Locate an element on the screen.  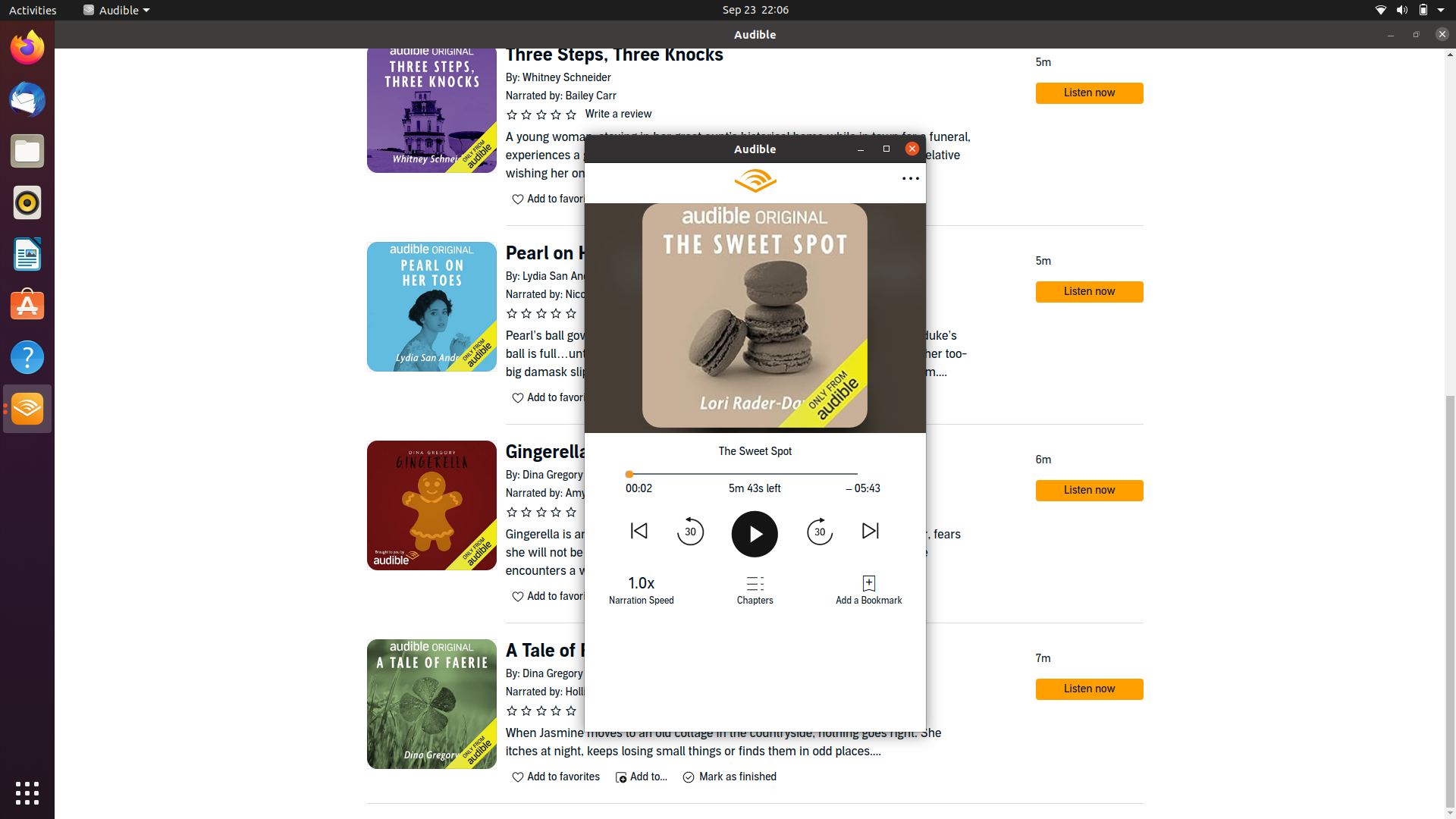
the previous choice in the expanded options menu is located at coordinates (909, 178).